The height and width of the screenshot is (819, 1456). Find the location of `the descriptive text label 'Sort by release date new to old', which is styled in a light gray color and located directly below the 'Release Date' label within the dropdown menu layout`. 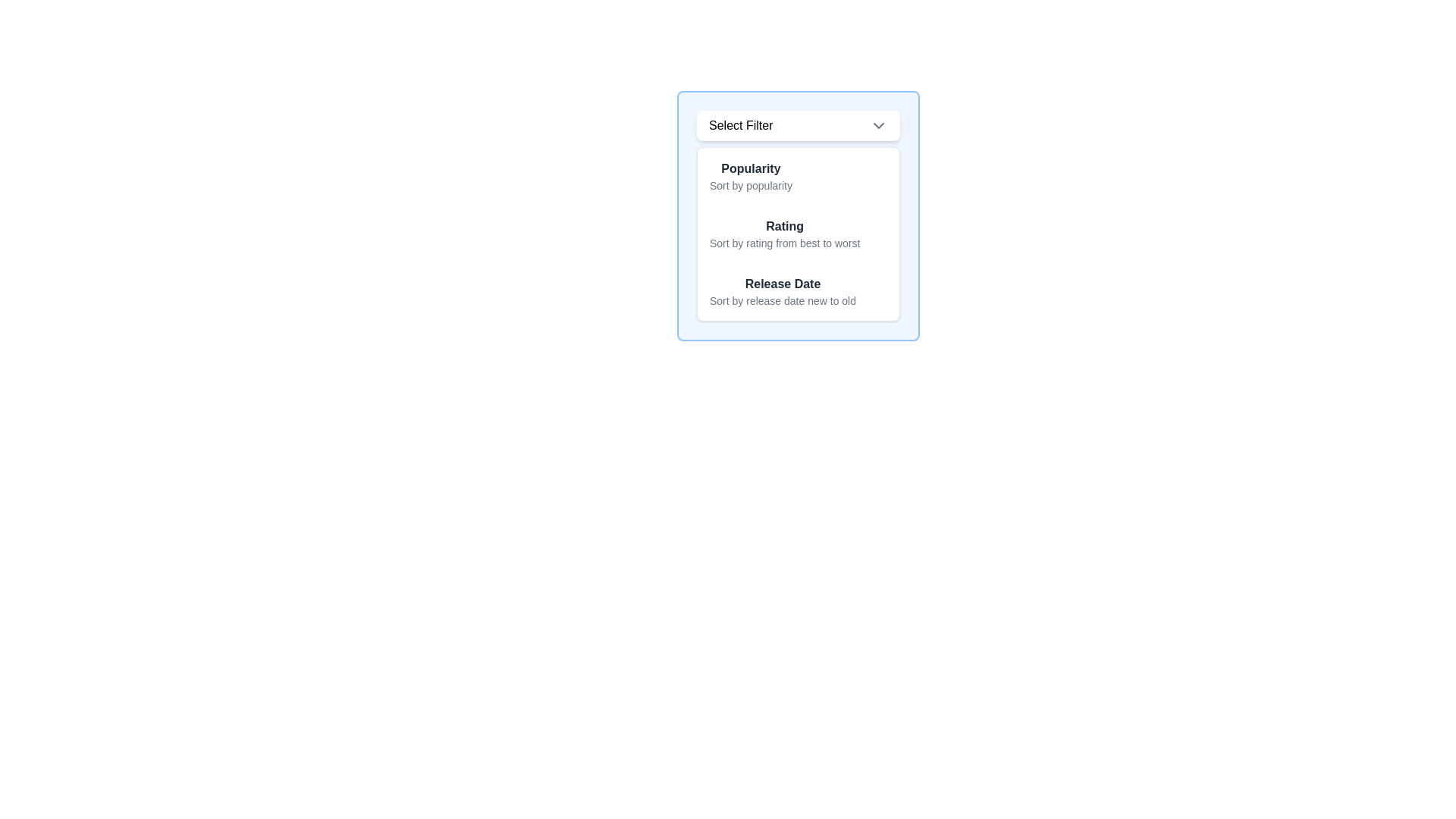

the descriptive text label 'Sort by release date new to old', which is styled in a light gray color and located directly below the 'Release Date' label within the dropdown menu layout is located at coordinates (783, 301).